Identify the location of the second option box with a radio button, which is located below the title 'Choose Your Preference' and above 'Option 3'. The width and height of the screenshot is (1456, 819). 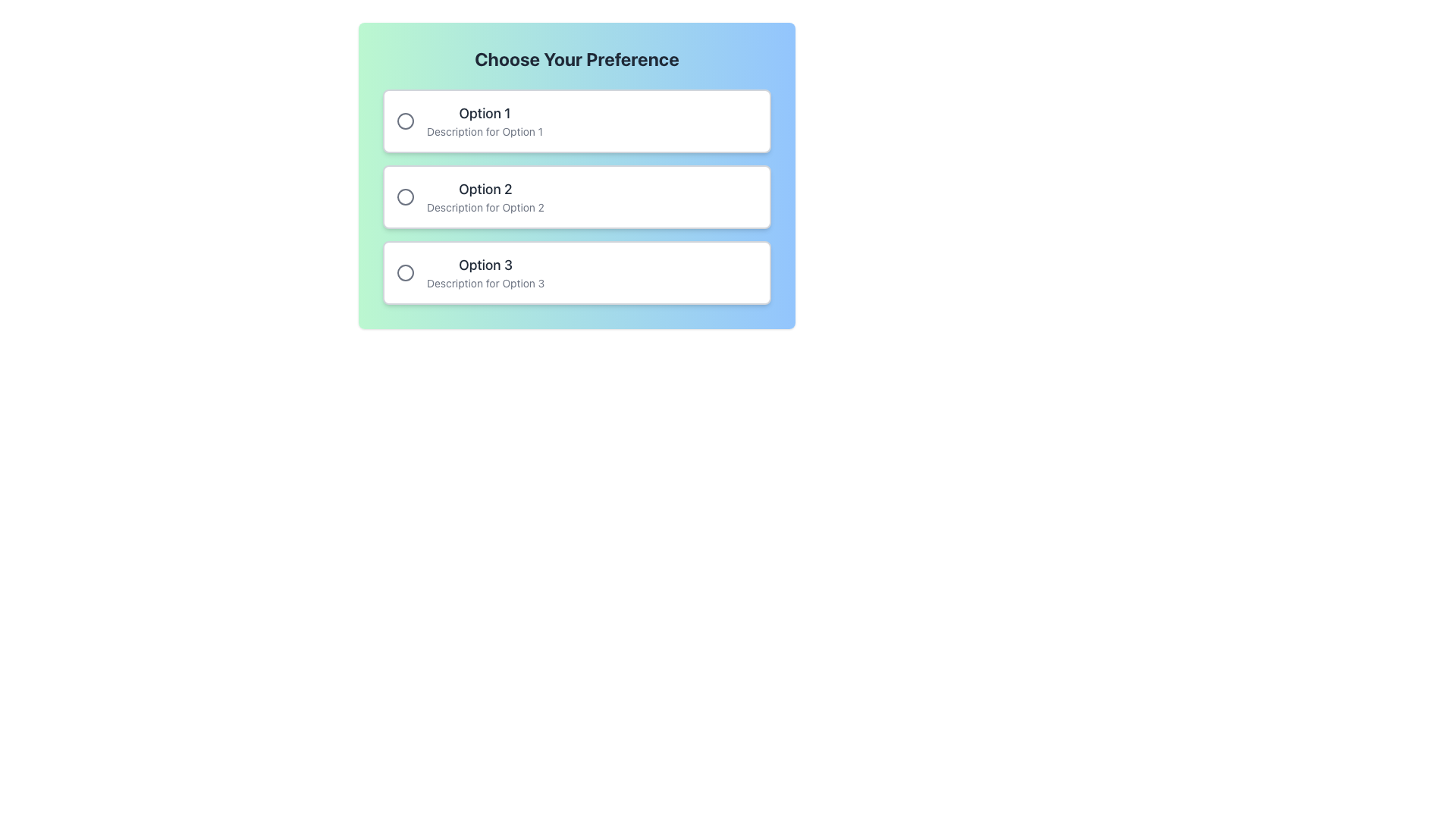
(576, 196).